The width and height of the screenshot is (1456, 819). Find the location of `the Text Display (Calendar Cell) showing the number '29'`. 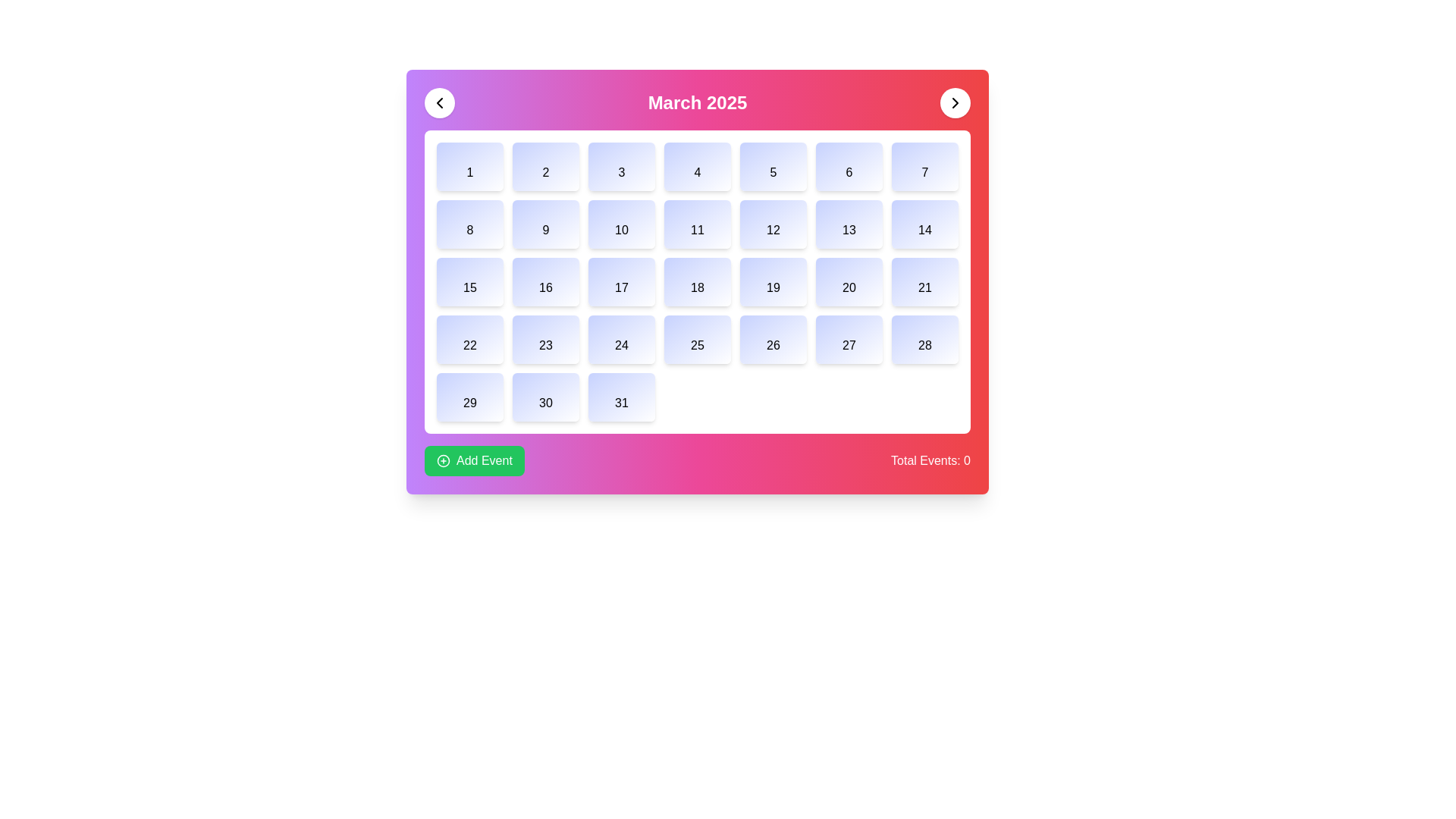

the Text Display (Calendar Cell) showing the number '29' is located at coordinates (469, 397).